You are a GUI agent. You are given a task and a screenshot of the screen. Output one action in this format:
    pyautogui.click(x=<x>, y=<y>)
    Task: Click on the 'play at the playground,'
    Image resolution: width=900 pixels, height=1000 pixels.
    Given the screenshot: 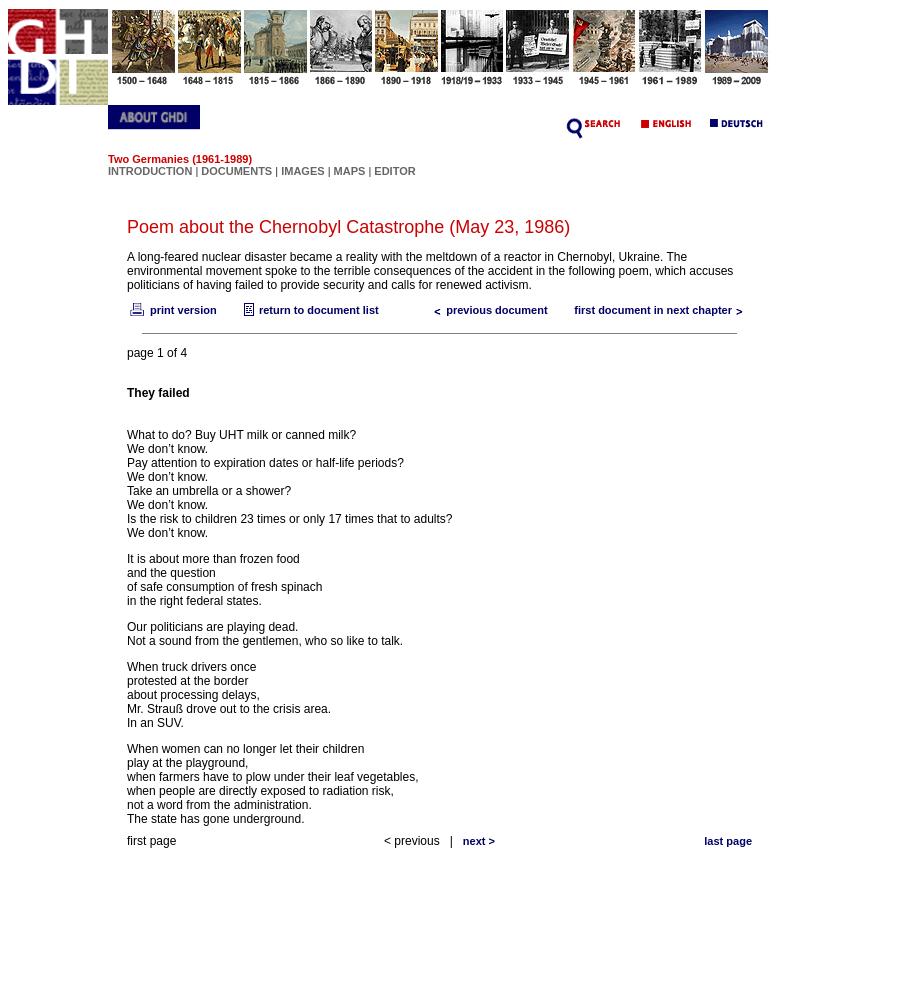 What is the action you would take?
    pyautogui.click(x=187, y=763)
    